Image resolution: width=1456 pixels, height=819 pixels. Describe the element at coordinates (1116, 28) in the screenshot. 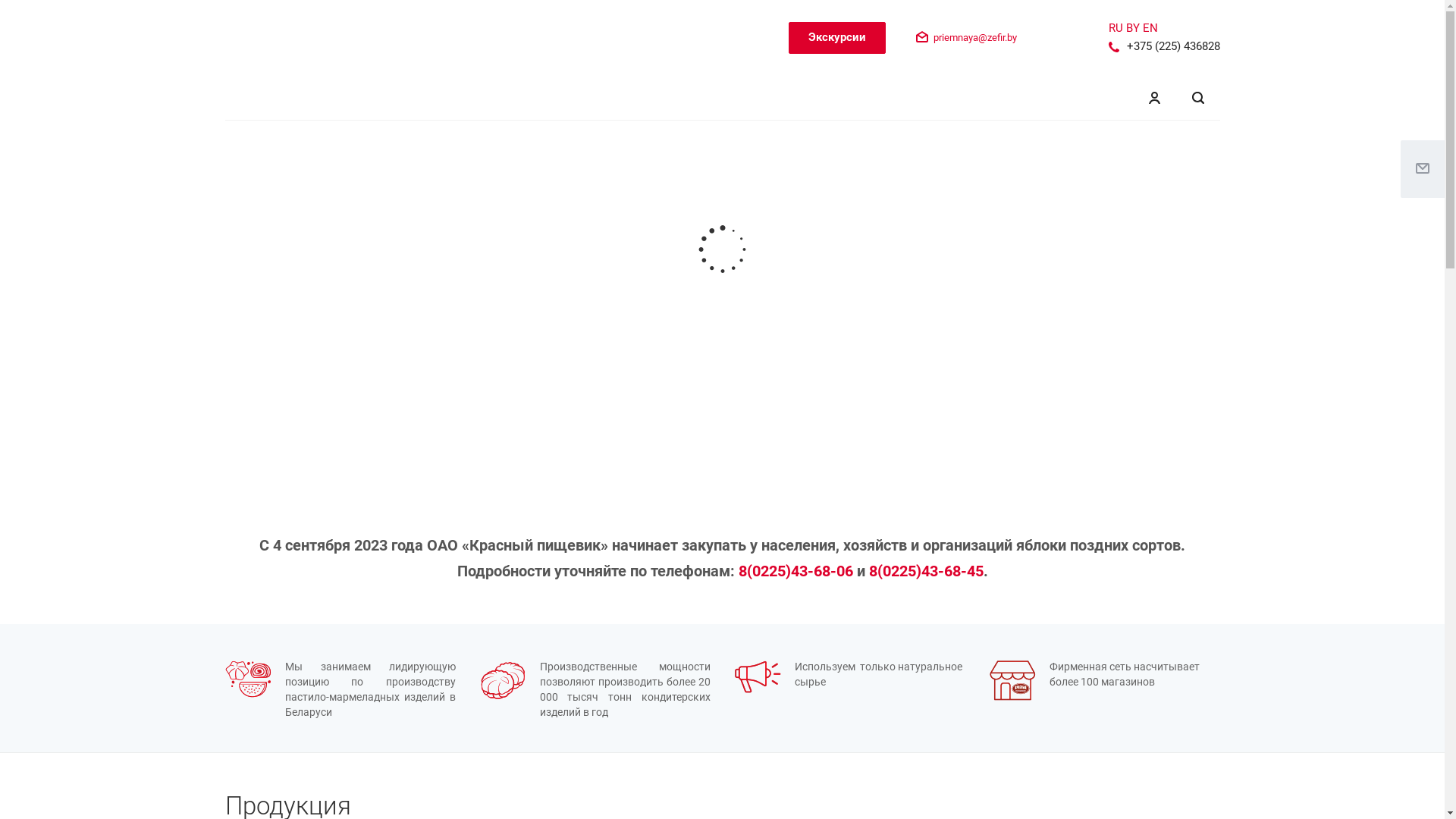

I see `'RU'` at that location.